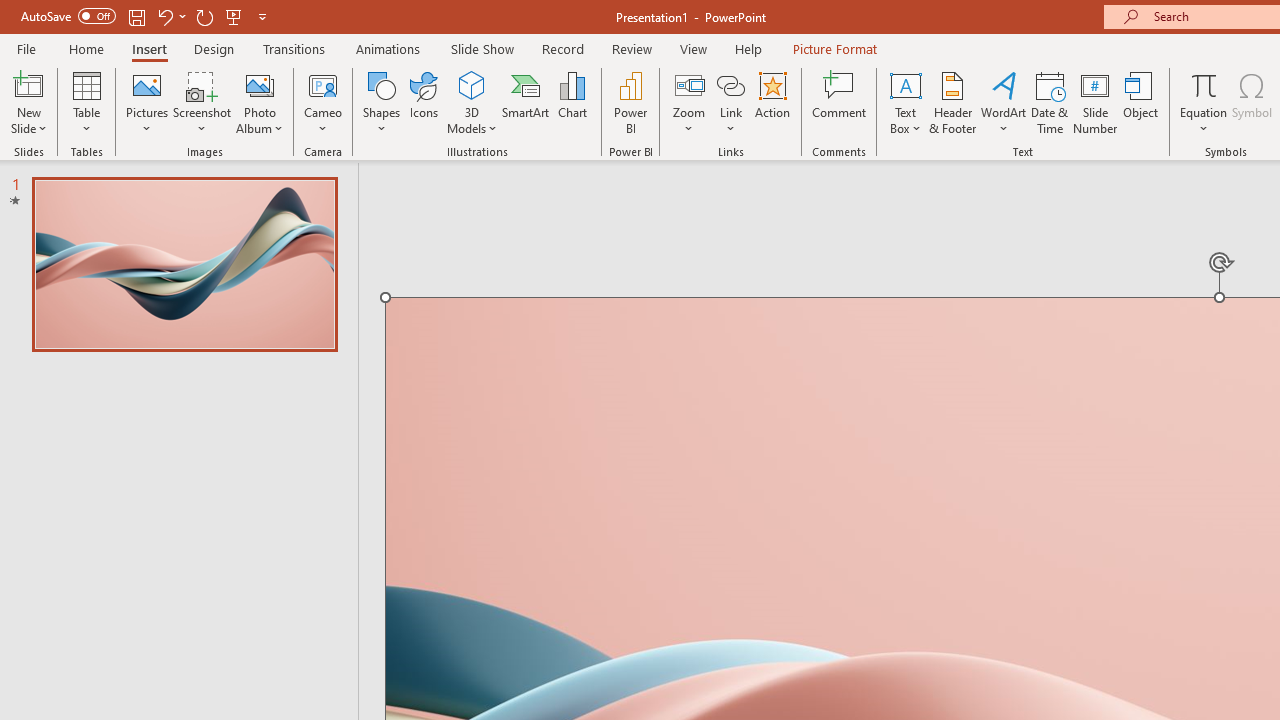 The width and height of the screenshot is (1280, 720). I want to click on 'Action', so click(772, 103).